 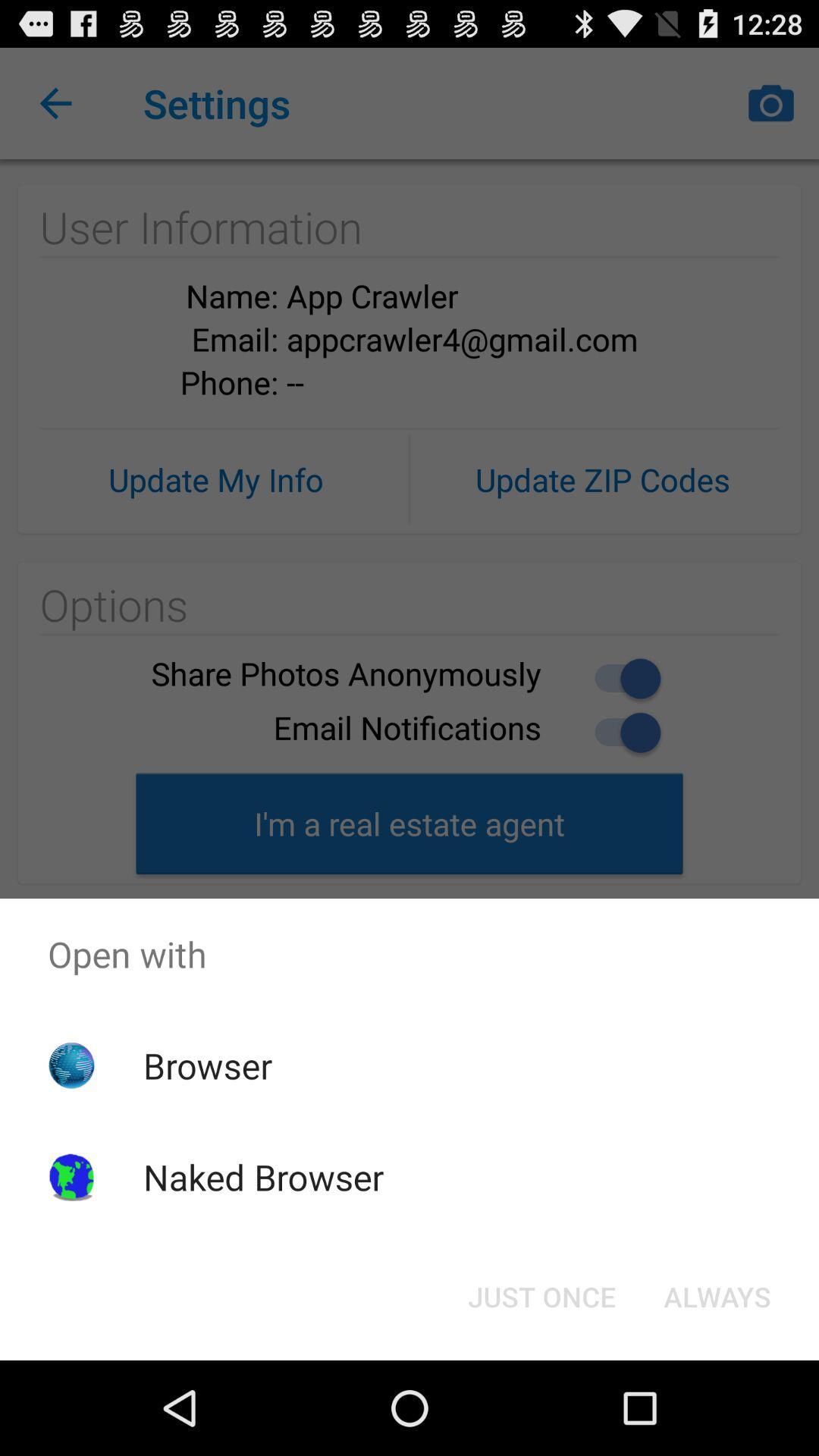 I want to click on the always icon, so click(x=717, y=1295).